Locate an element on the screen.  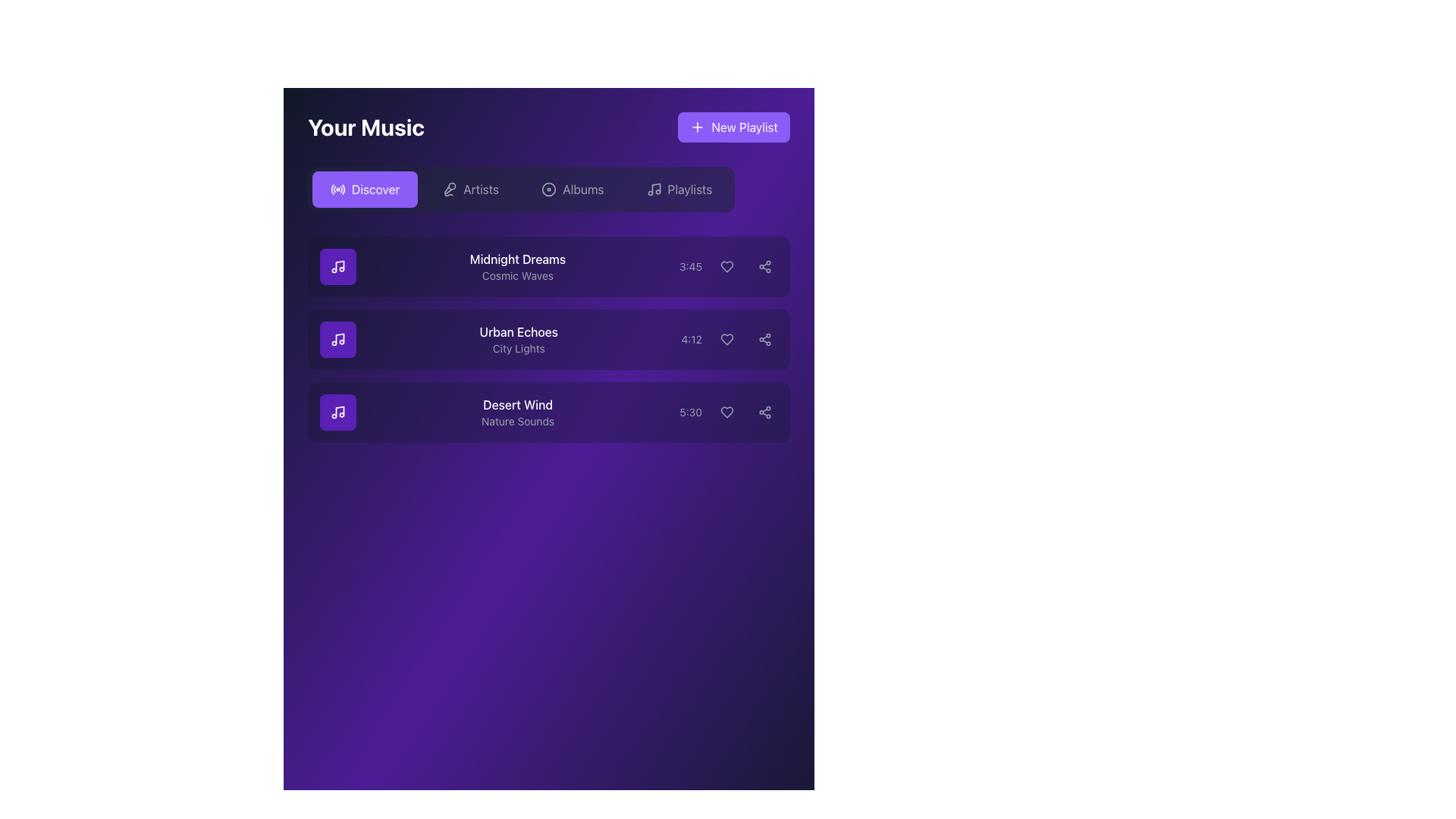
the 'Artists' button in the navigation group located beneath the 'Your Music' heading is located at coordinates (469, 189).